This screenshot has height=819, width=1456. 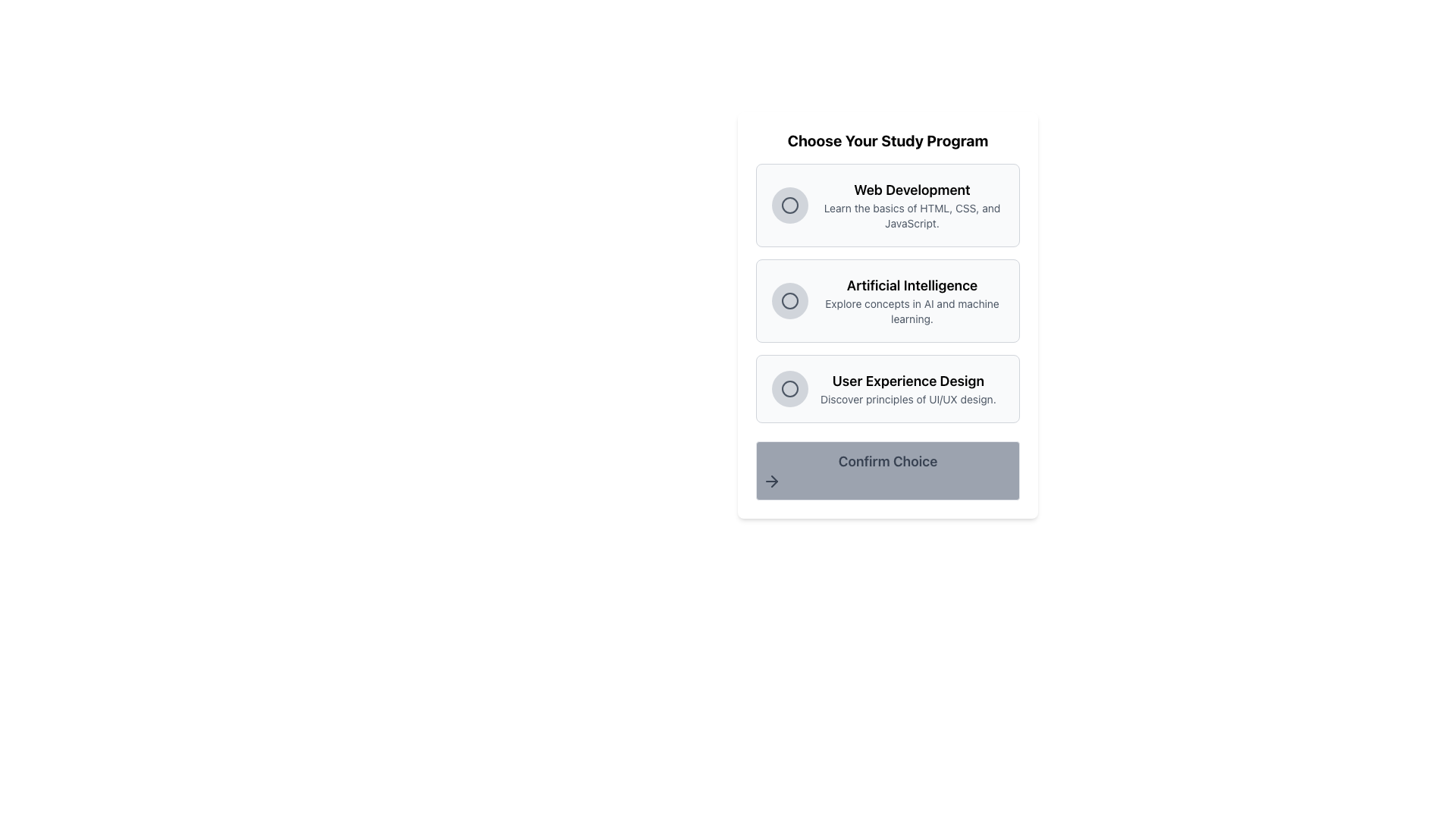 What do you see at coordinates (888, 205) in the screenshot?
I see `the first selectable card for 'Web Development' in the list of study programs` at bounding box center [888, 205].